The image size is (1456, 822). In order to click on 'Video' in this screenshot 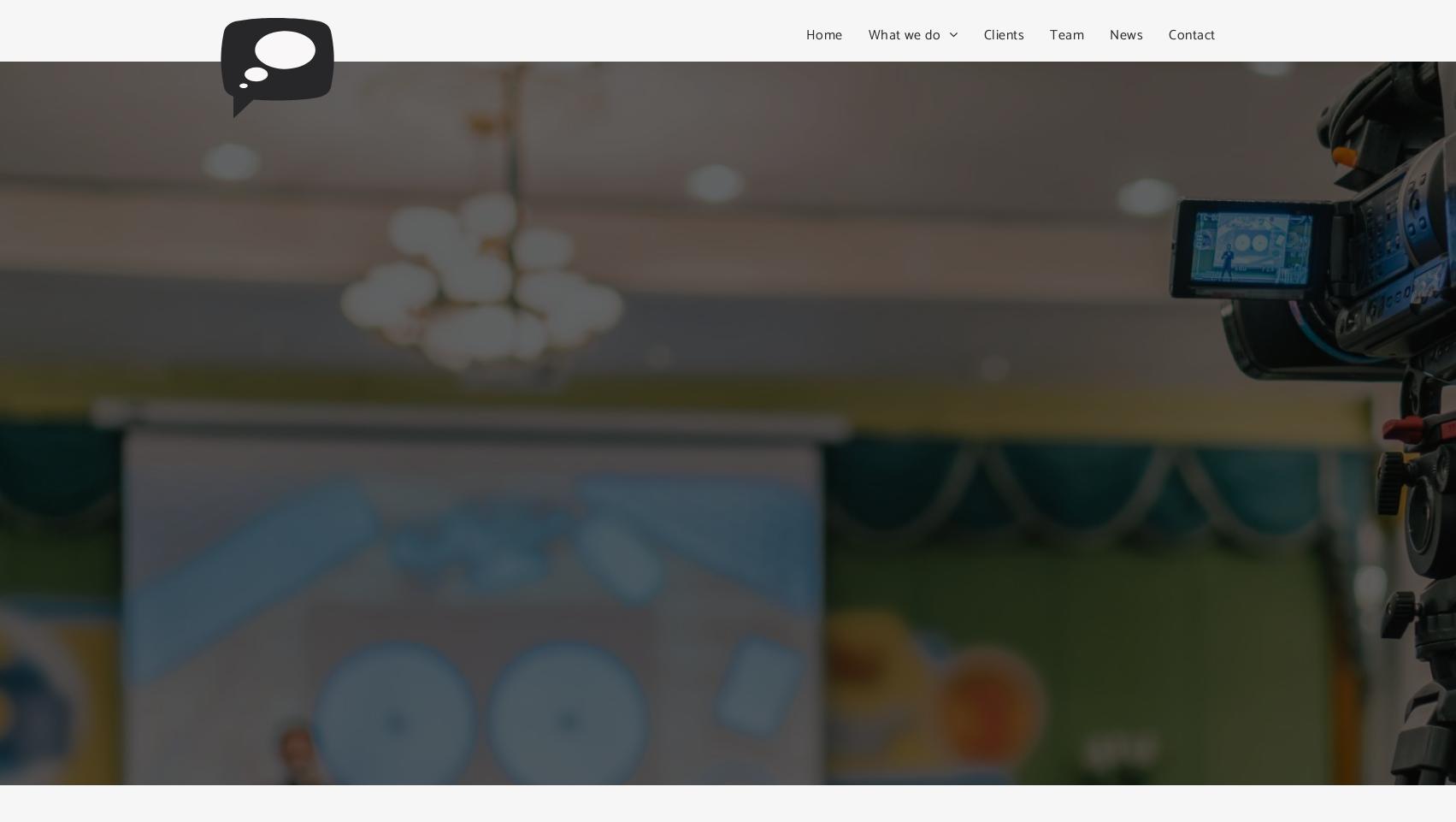, I will do `click(898, 67)`.